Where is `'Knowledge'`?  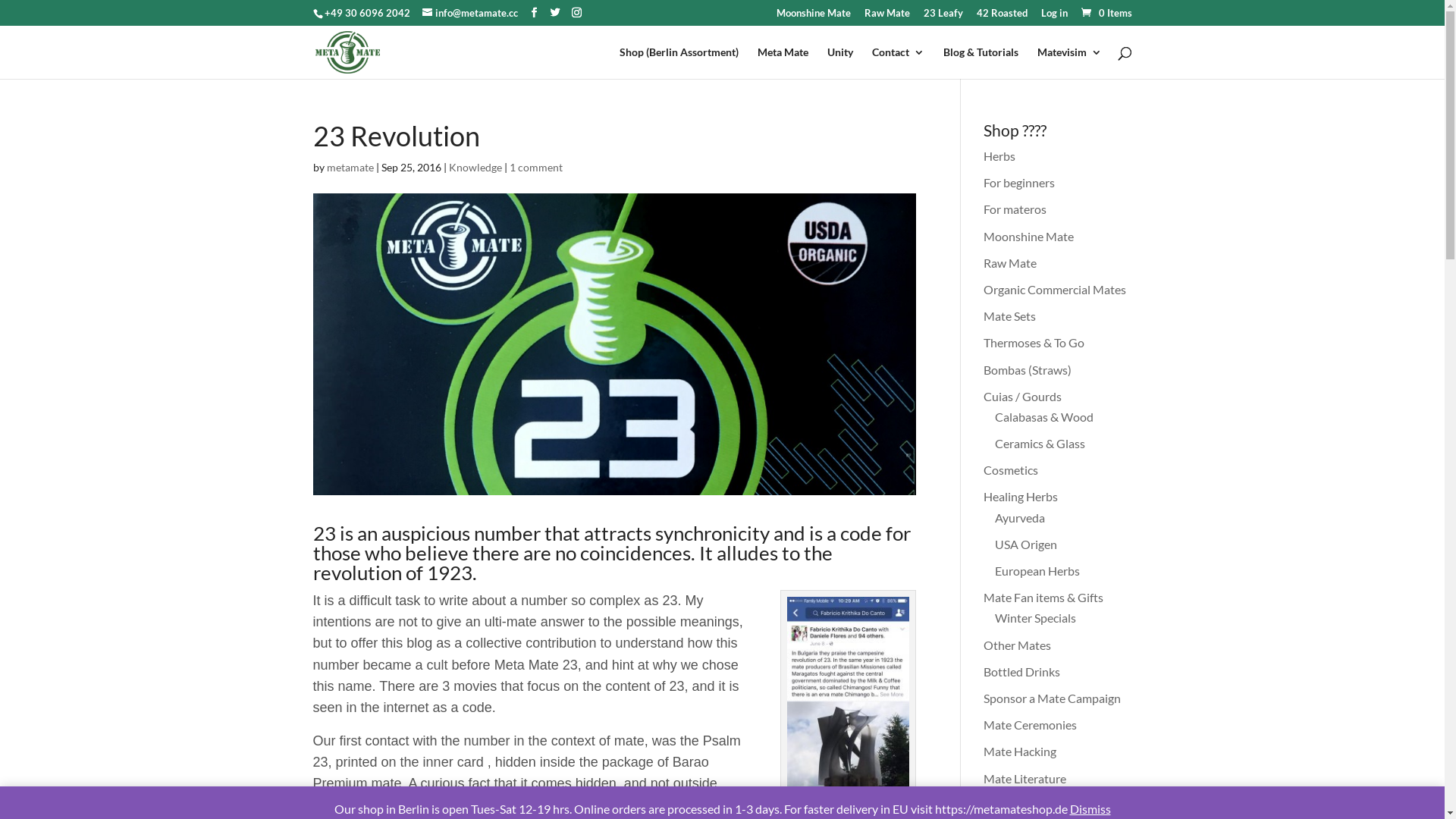
'Knowledge' is located at coordinates (475, 167).